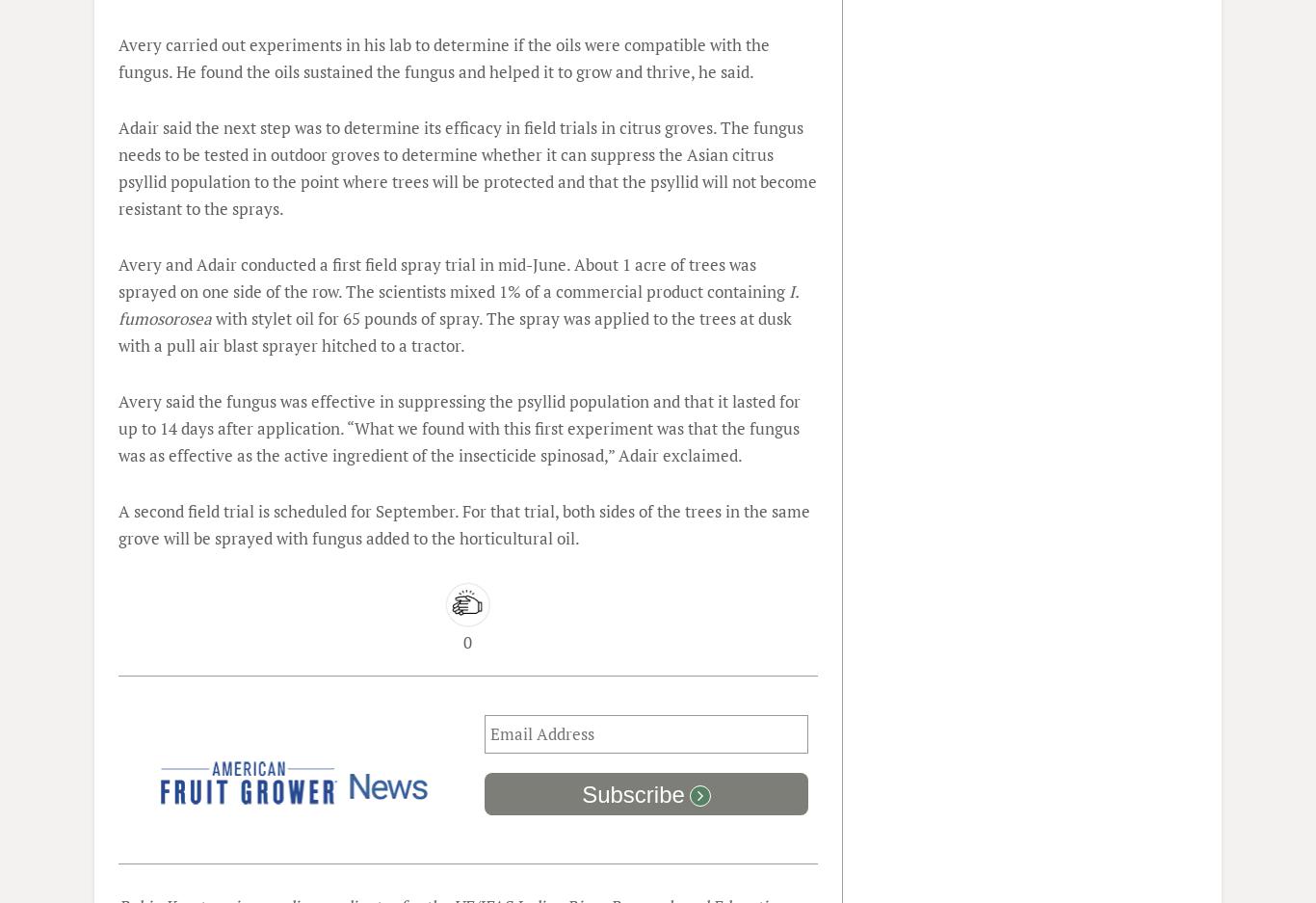 The height and width of the screenshot is (903, 1316). What do you see at coordinates (453, 278) in the screenshot?
I see `'Avery and Adair conducted a first field spray trial in mid-June. About 1 acre of trees was sprayed on one side of the row. The scientists mixed 1% of a commercial product containing'` at bounding box center [453, 278].